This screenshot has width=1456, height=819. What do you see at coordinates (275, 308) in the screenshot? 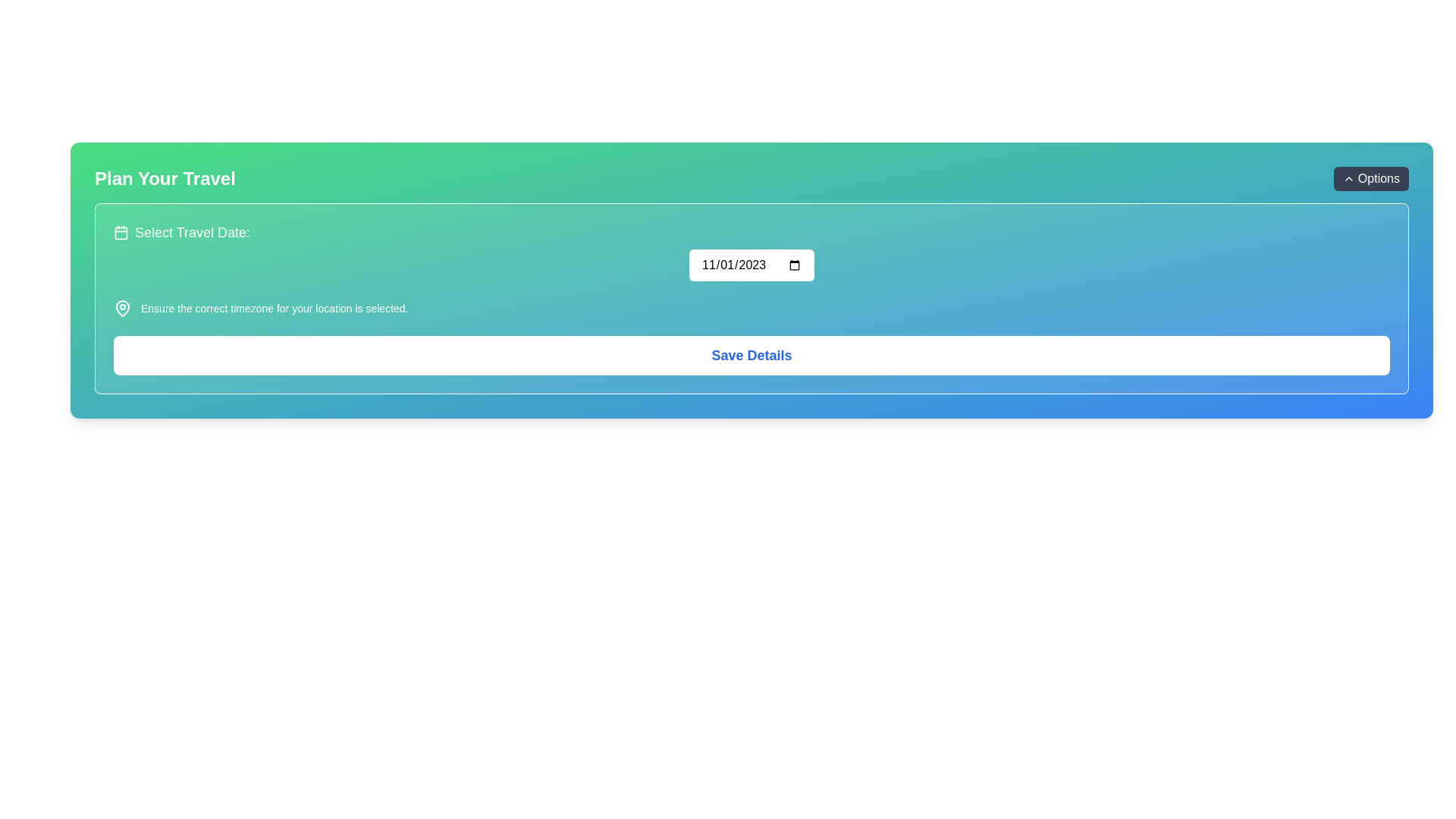
I see `the informational guidance text regarding the timezone setting located beneath the location icon on the left side of the section` at bounding box center [275, 308].